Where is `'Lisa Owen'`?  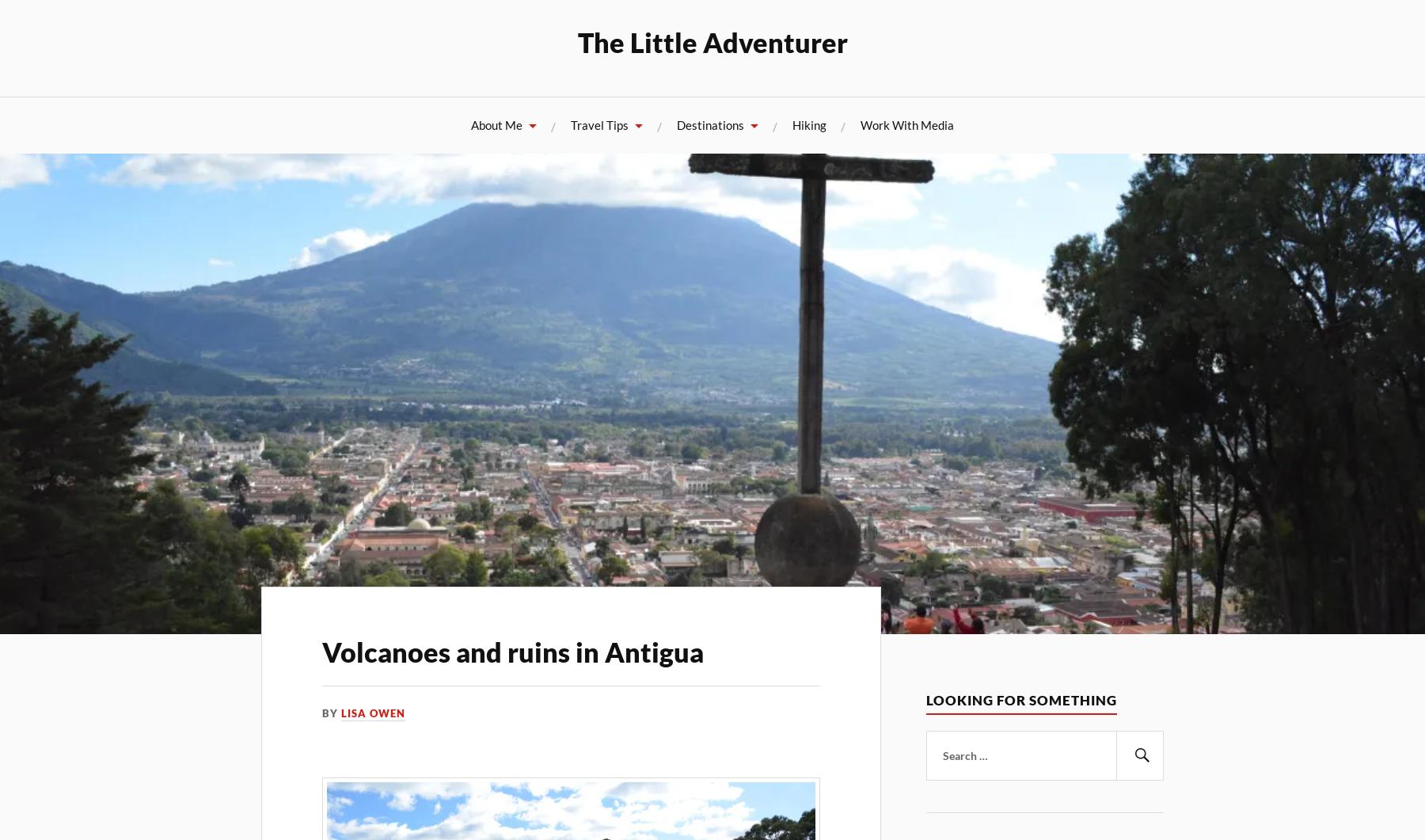
'Lisa Owen' is located at coordinates (372, 713).